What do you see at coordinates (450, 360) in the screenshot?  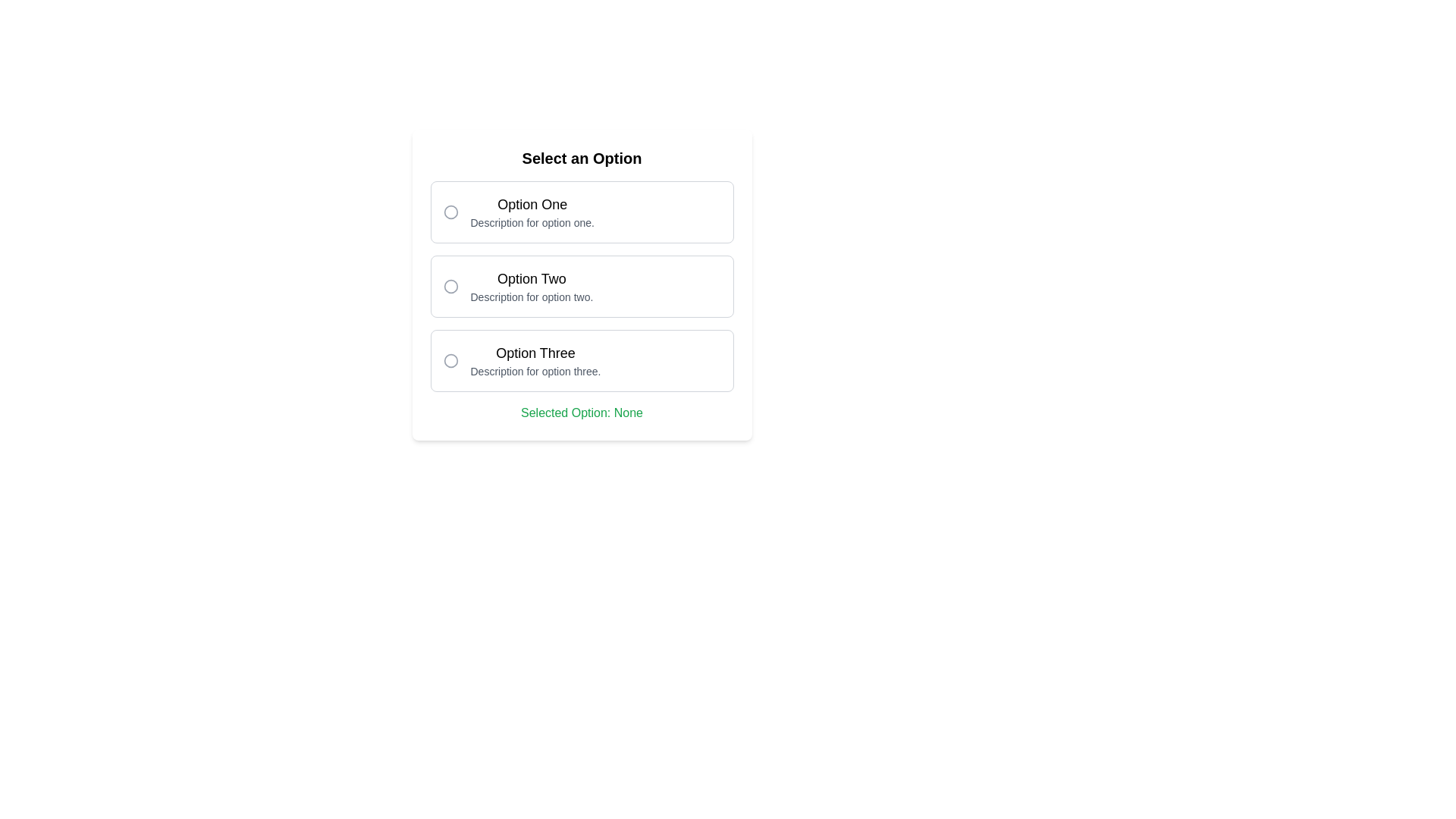 I see `the circular checkbox located to the left of the 'Option Three' text label` at bounding box center [450, 360].